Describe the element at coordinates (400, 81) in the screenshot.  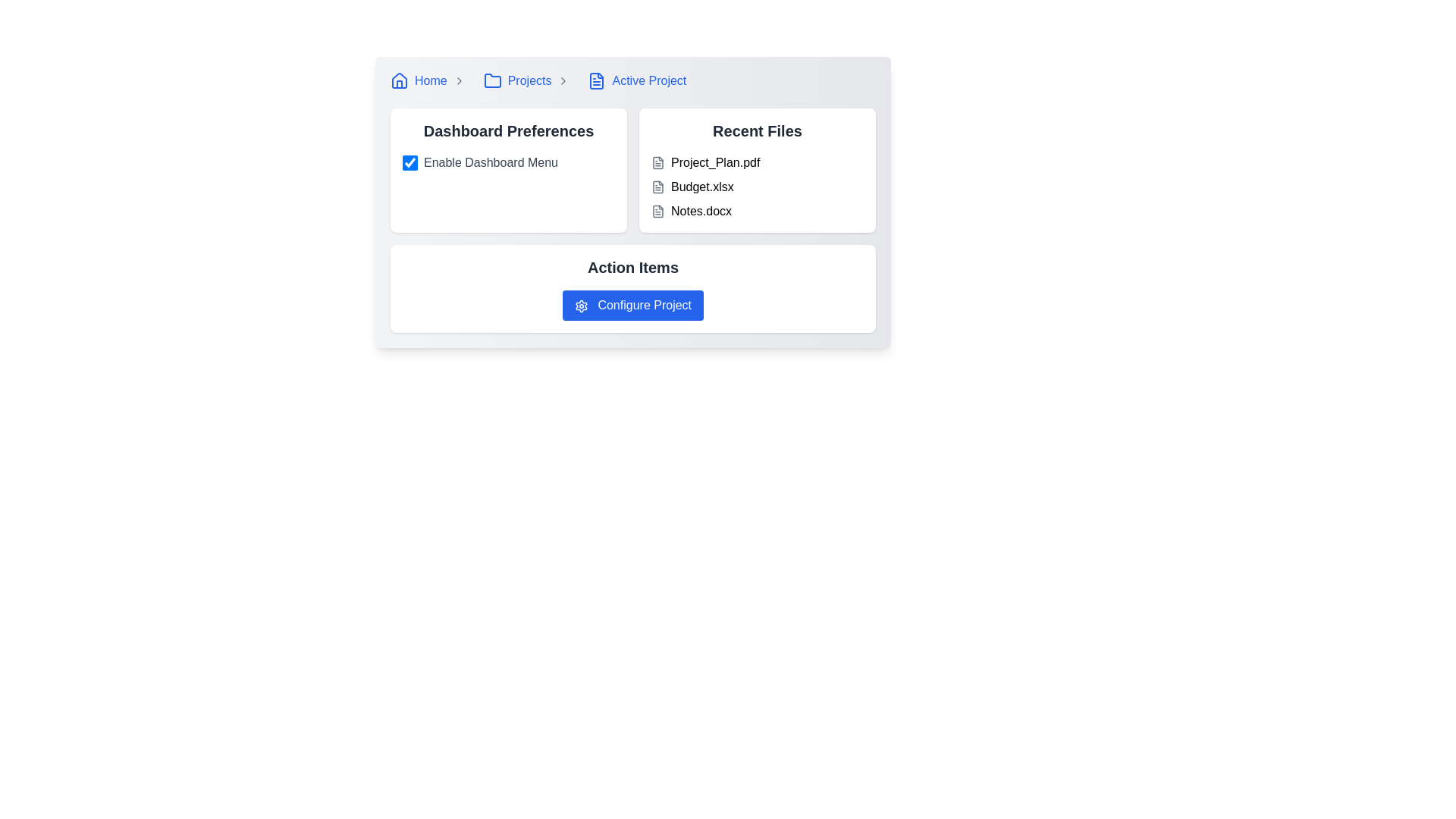
I see `the house icon in the breadcrumb navigation bar for accessibility` at that location.